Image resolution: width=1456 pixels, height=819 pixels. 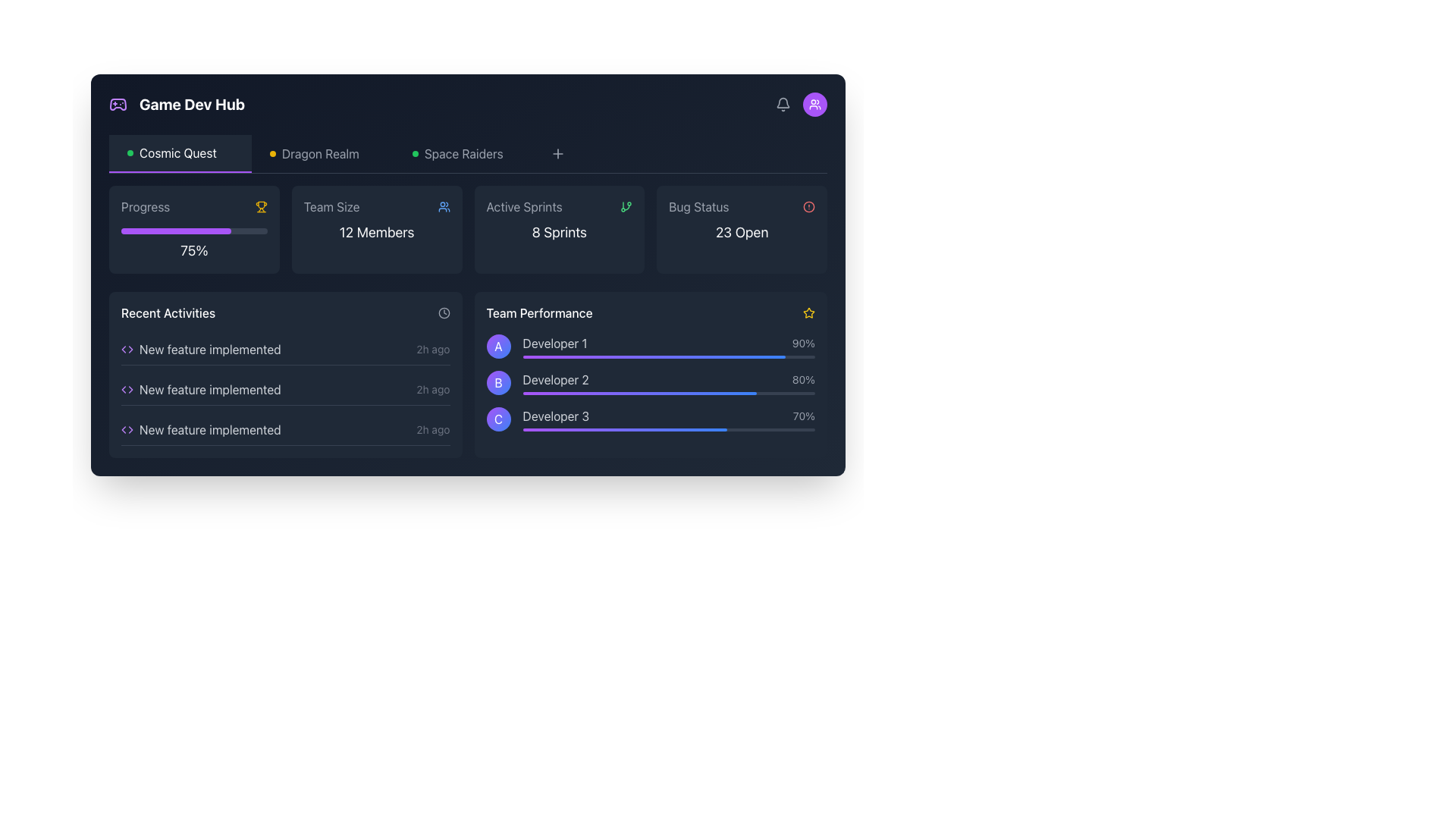 I want to click on the interactive progress bar for 'Developer 1 90%' to view details, so click(x=668, y=346).